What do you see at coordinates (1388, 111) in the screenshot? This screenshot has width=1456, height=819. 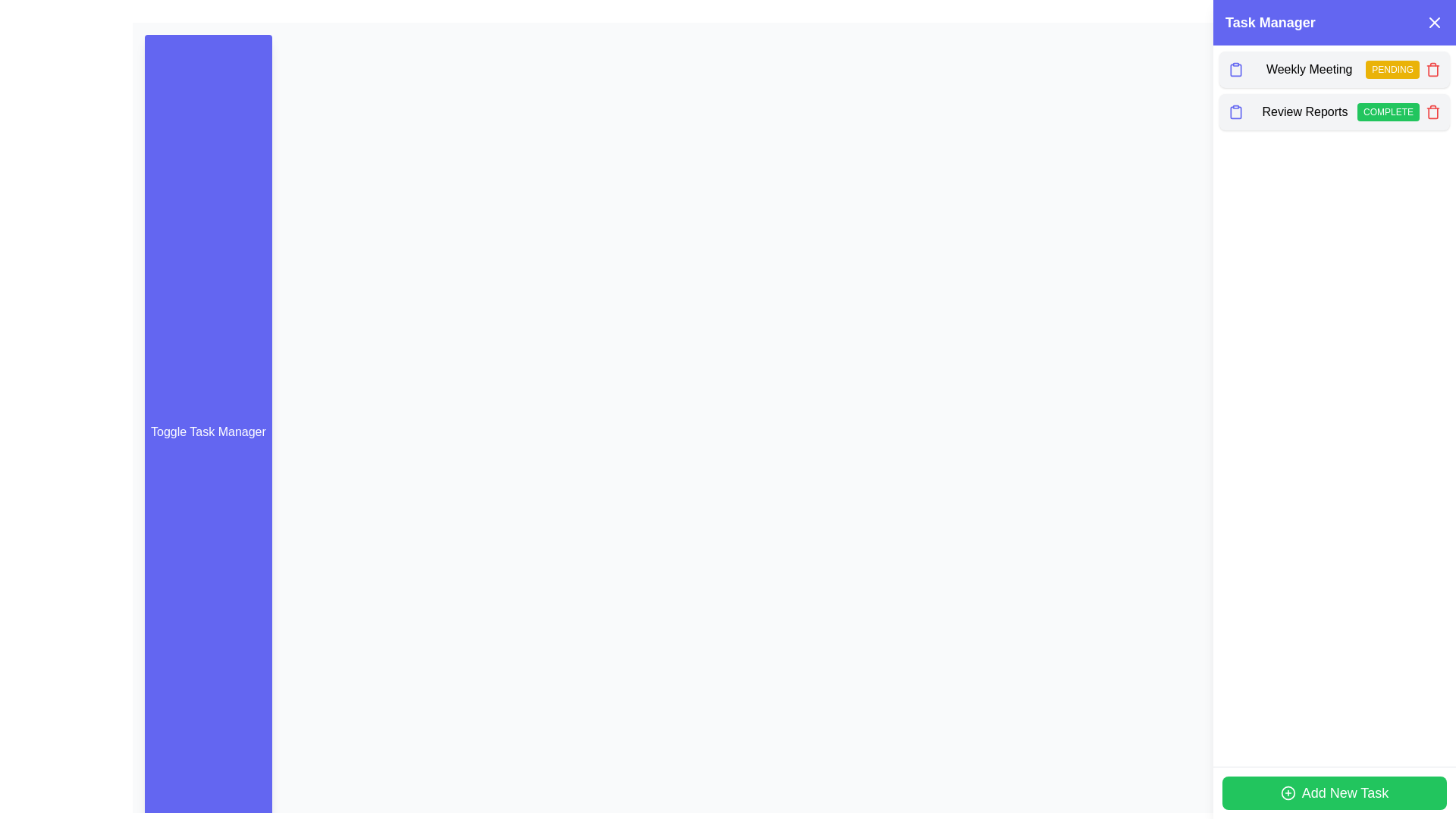 I see `the 'COMPLETE' label with a green background and white uppercase text, located in the 'Task Manager' section to the right of the 'Review Reports' row` at bounding box center [1388, 111].